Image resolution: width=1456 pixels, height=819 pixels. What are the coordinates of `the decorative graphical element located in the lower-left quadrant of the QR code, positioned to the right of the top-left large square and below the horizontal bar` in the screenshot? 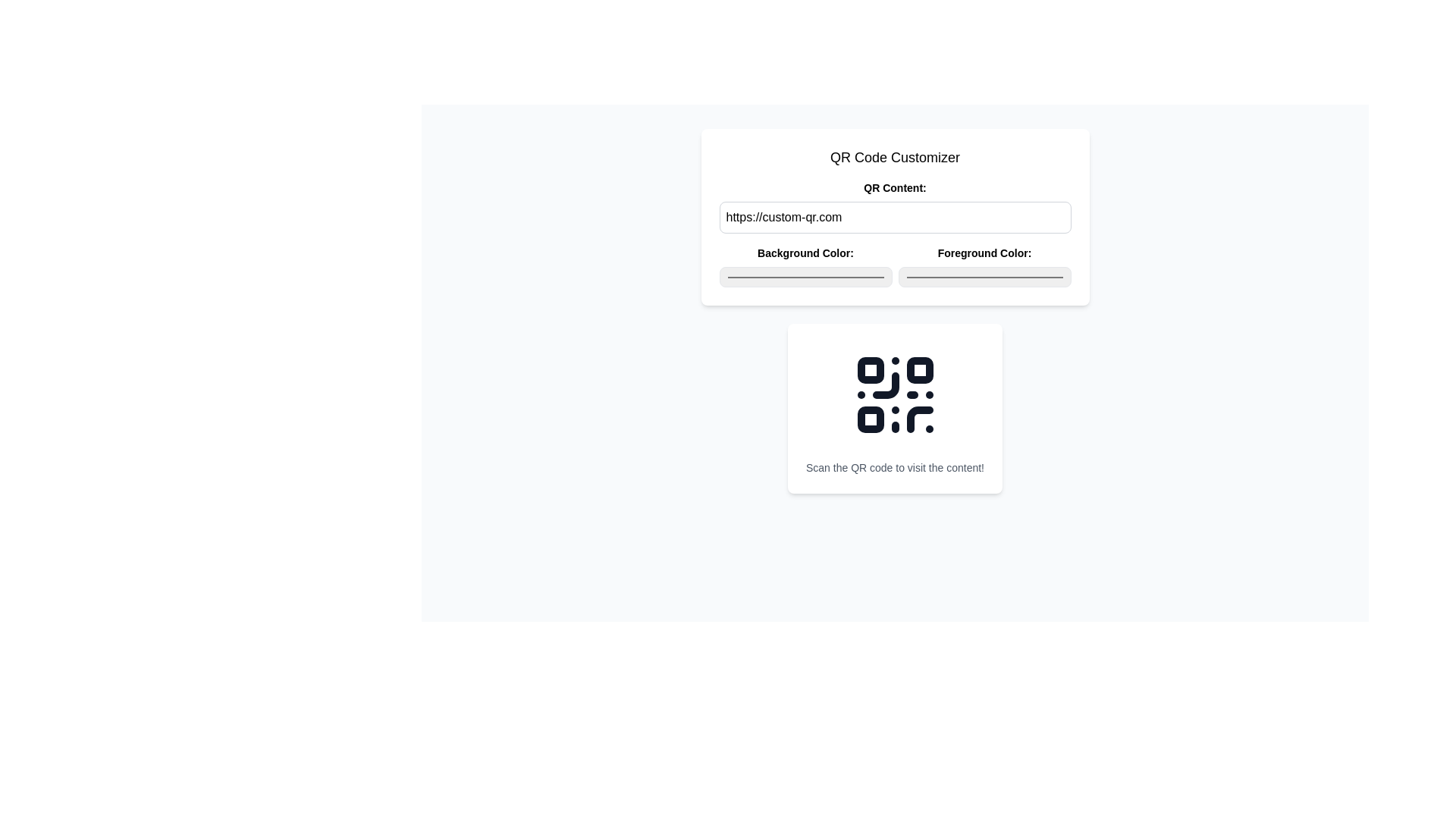 It's located at (885, 384).